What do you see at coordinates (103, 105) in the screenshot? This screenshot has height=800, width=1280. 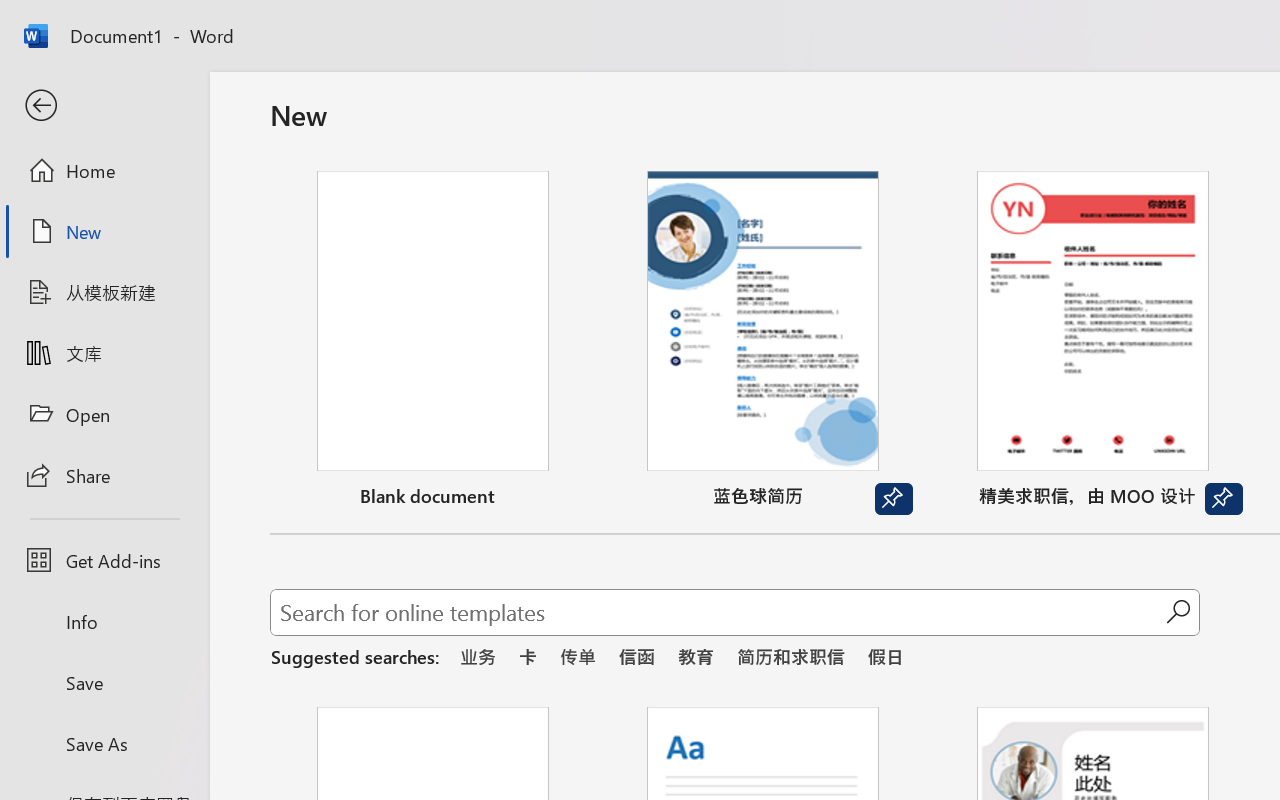 I see `'Back'` at bounding box center [103, 105].